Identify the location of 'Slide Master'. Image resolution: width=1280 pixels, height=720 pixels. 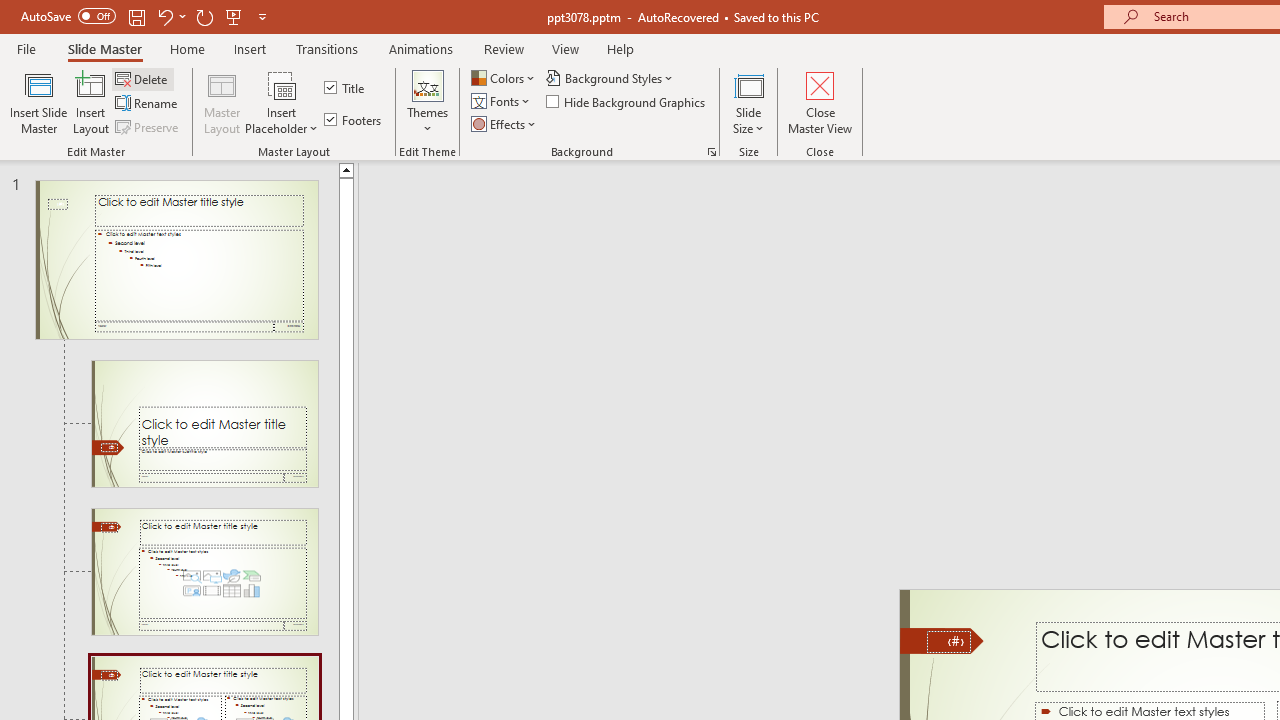
(103, 48).